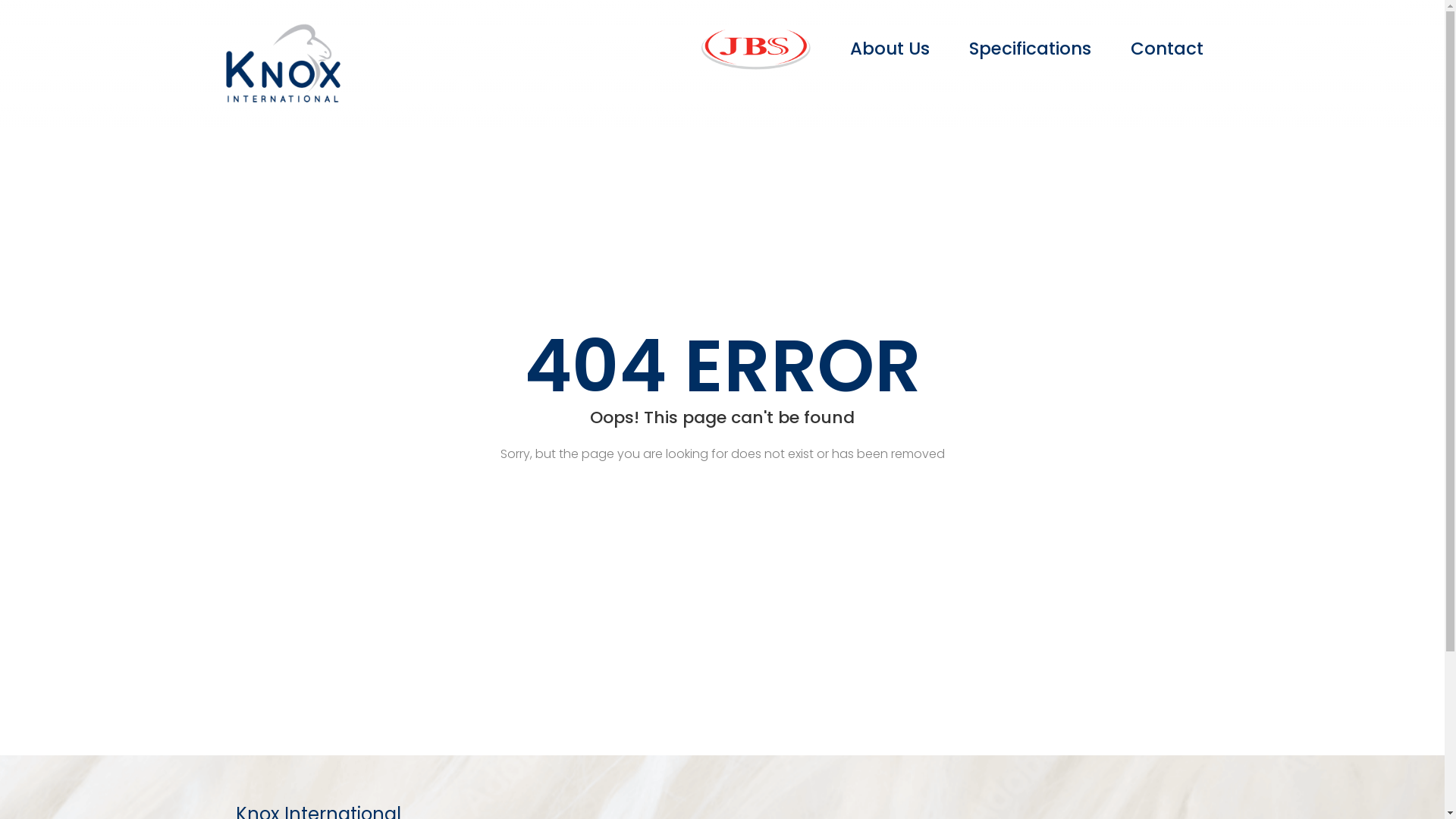 This screenshot has height=819, width=1456. Describe the element at coordinates (1165, 48) in the screenshot. I see `'Contact'` at that location.